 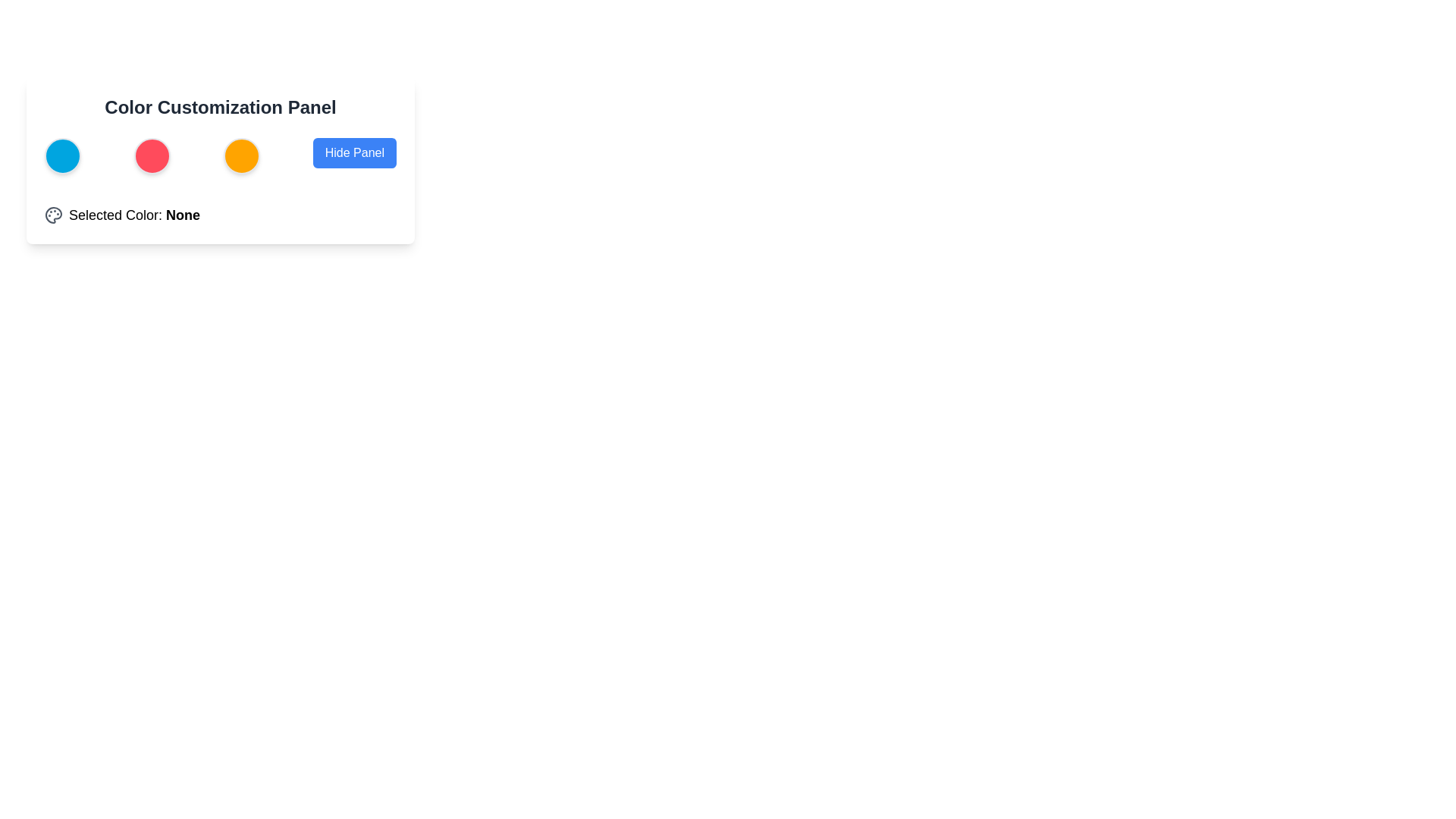 I want to click on the text label that reads 'Selected Color: None', so click(x=134, y=215).